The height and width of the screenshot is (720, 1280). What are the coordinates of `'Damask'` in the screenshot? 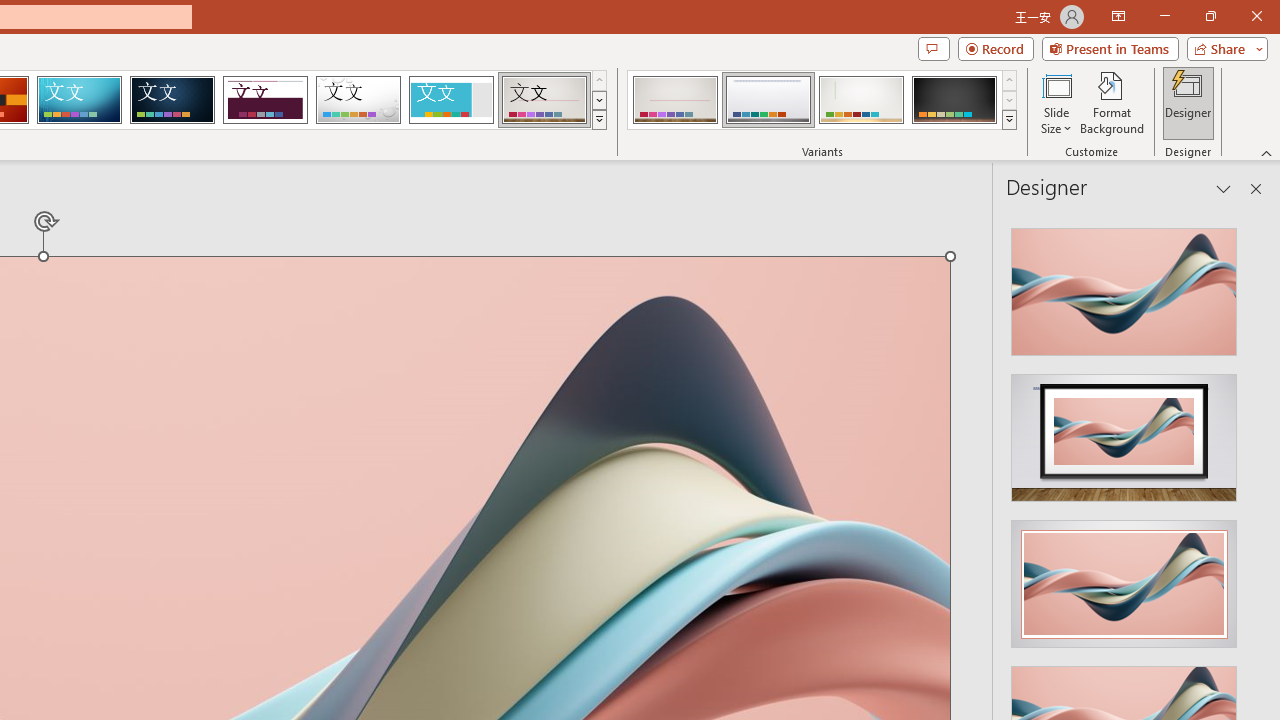 It's located at (172, 100).